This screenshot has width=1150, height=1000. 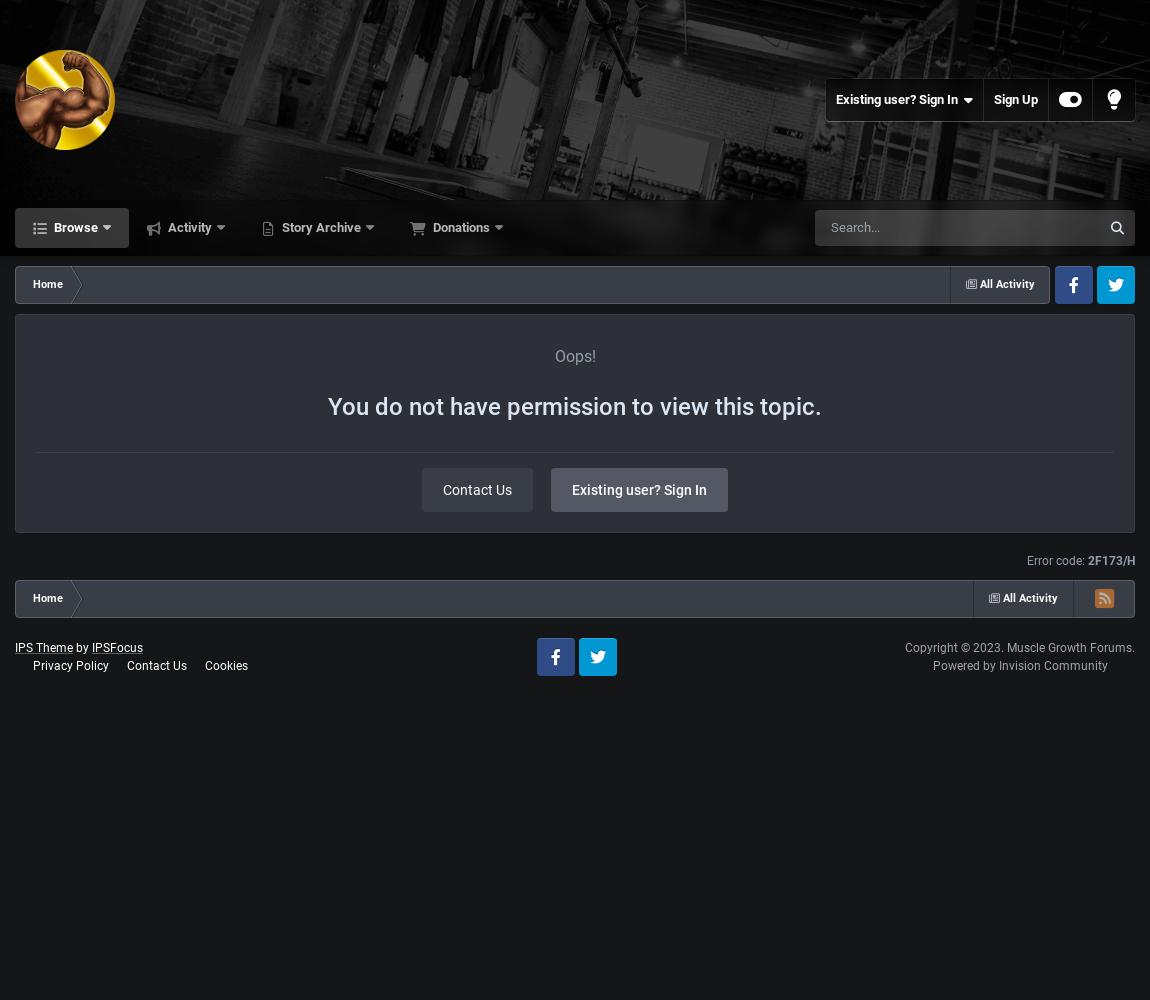 I want to click on 'Powered by Invision Community', so click(x=931, y=665).